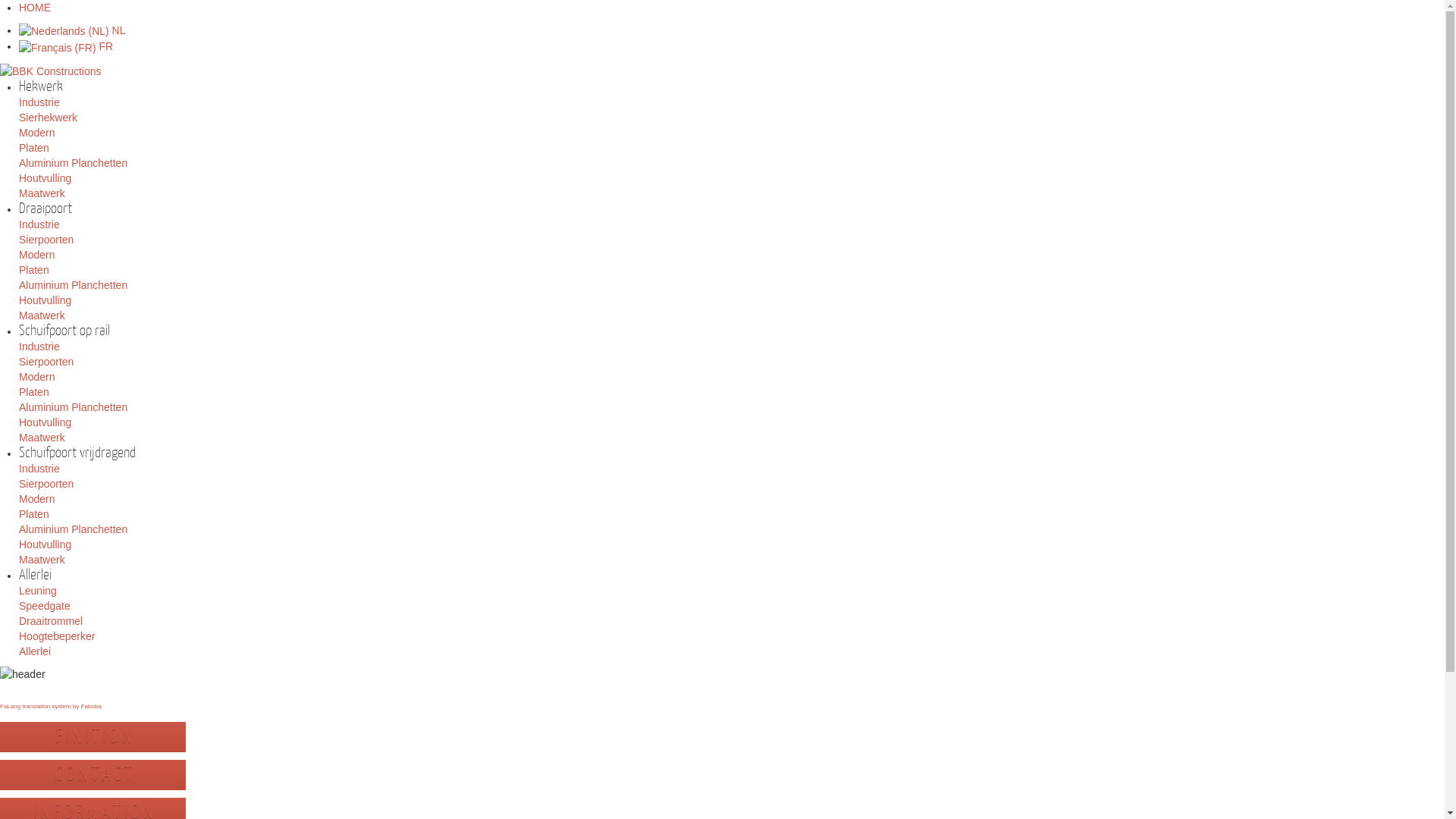 This screenshot has width=1456, height=819. Describe the element at coordinates (18, 346) in the screenshot. I see `'Industrie'` at that location.